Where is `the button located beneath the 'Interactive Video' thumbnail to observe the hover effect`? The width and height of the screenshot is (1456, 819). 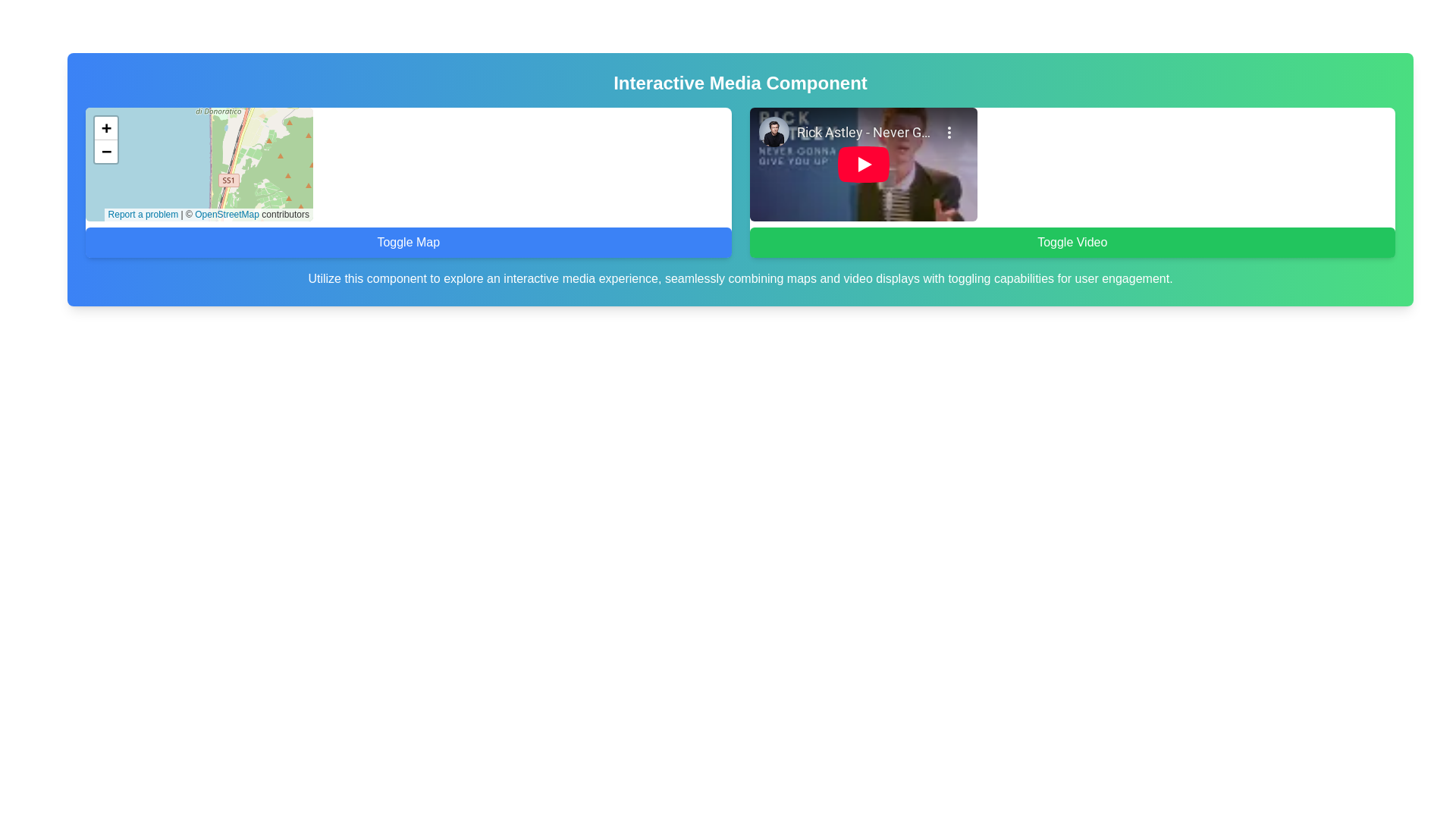
the button located beneath the 'Interactive Video' thumbnail to observe the hover effect is located at coordinates (1072, 242).